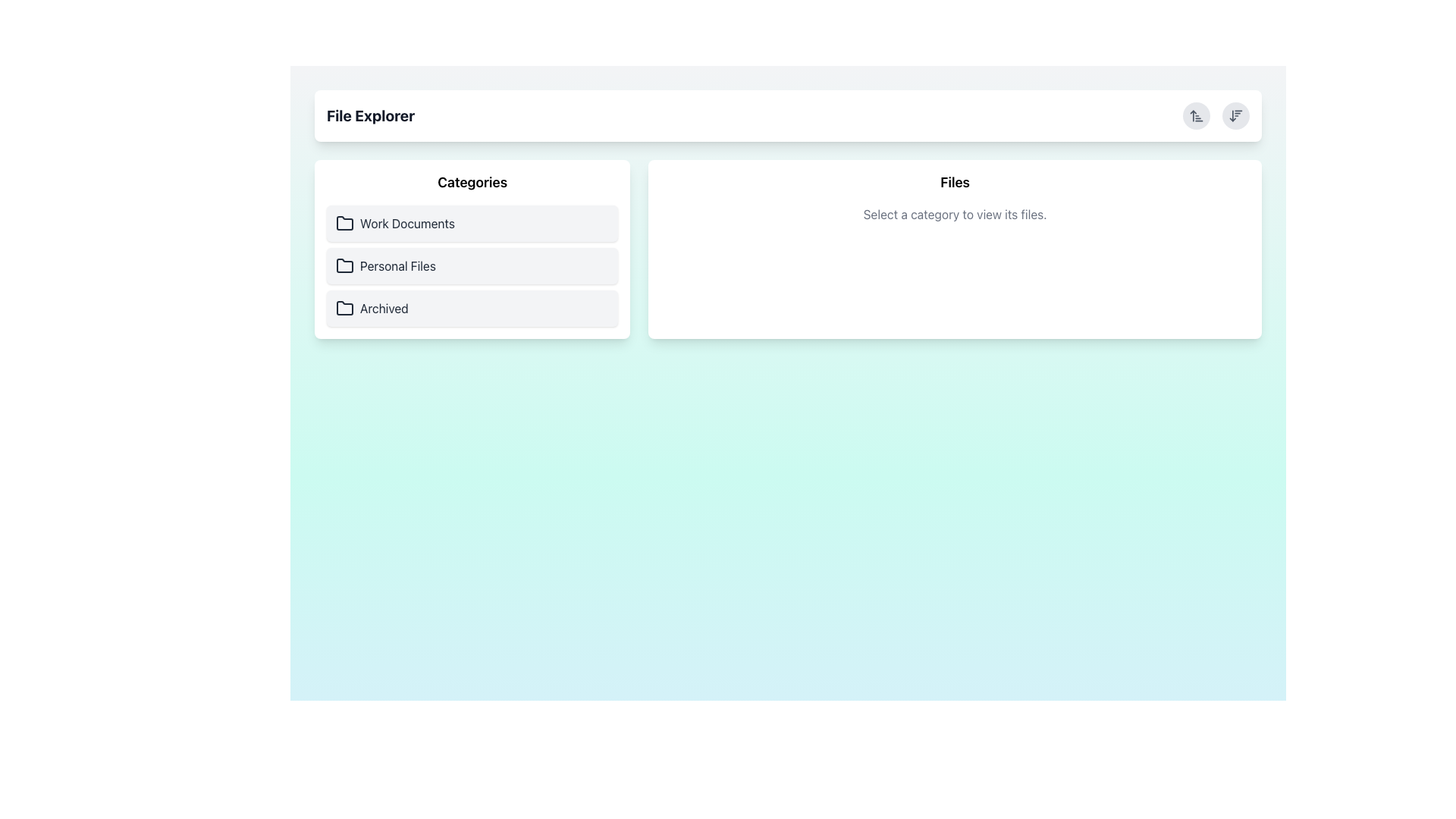  I want to click on the first clickable list item in the 'Categories' section, so click(472, 223).